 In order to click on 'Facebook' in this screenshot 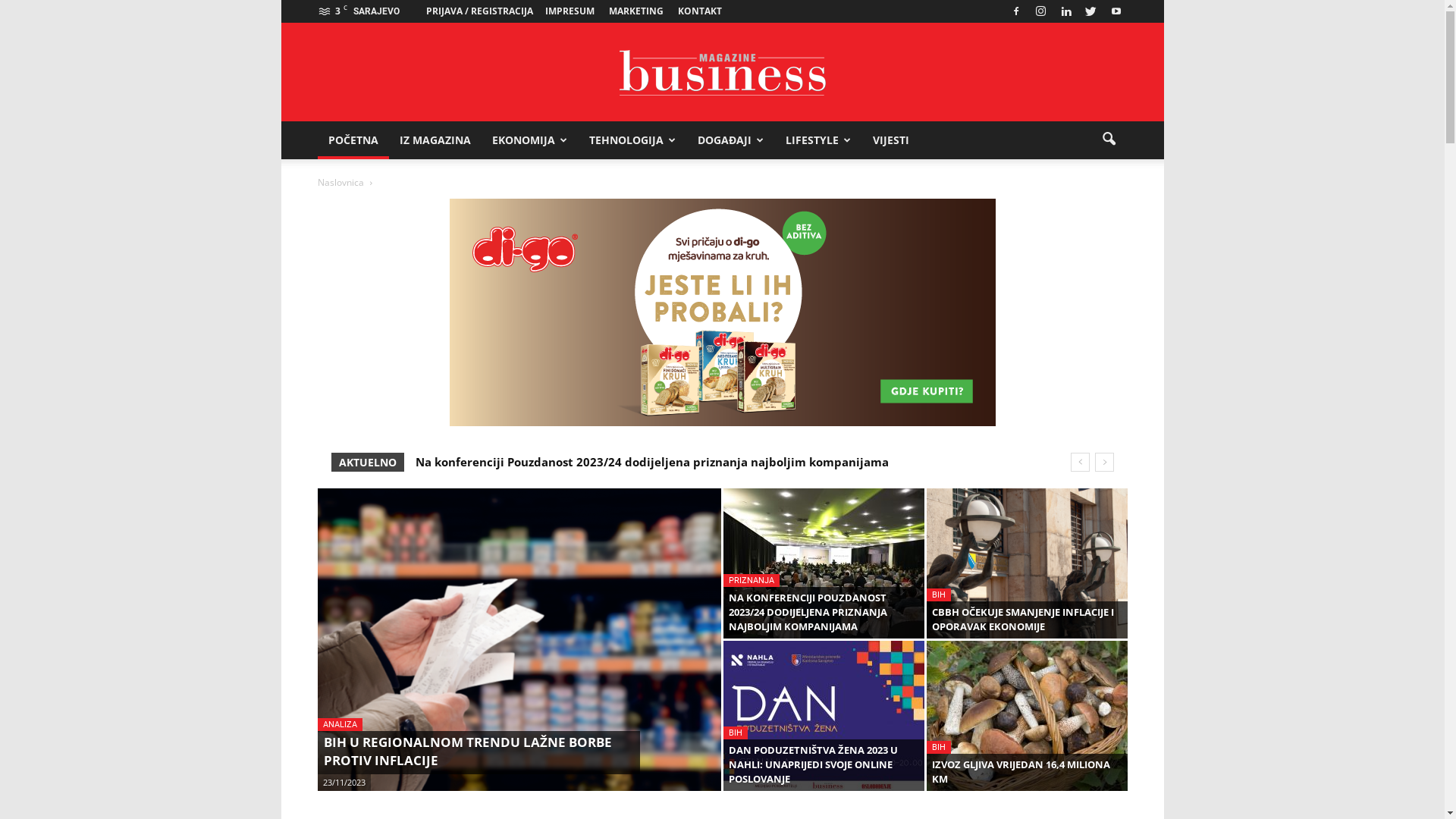, I will do `click(1004, 11)`.